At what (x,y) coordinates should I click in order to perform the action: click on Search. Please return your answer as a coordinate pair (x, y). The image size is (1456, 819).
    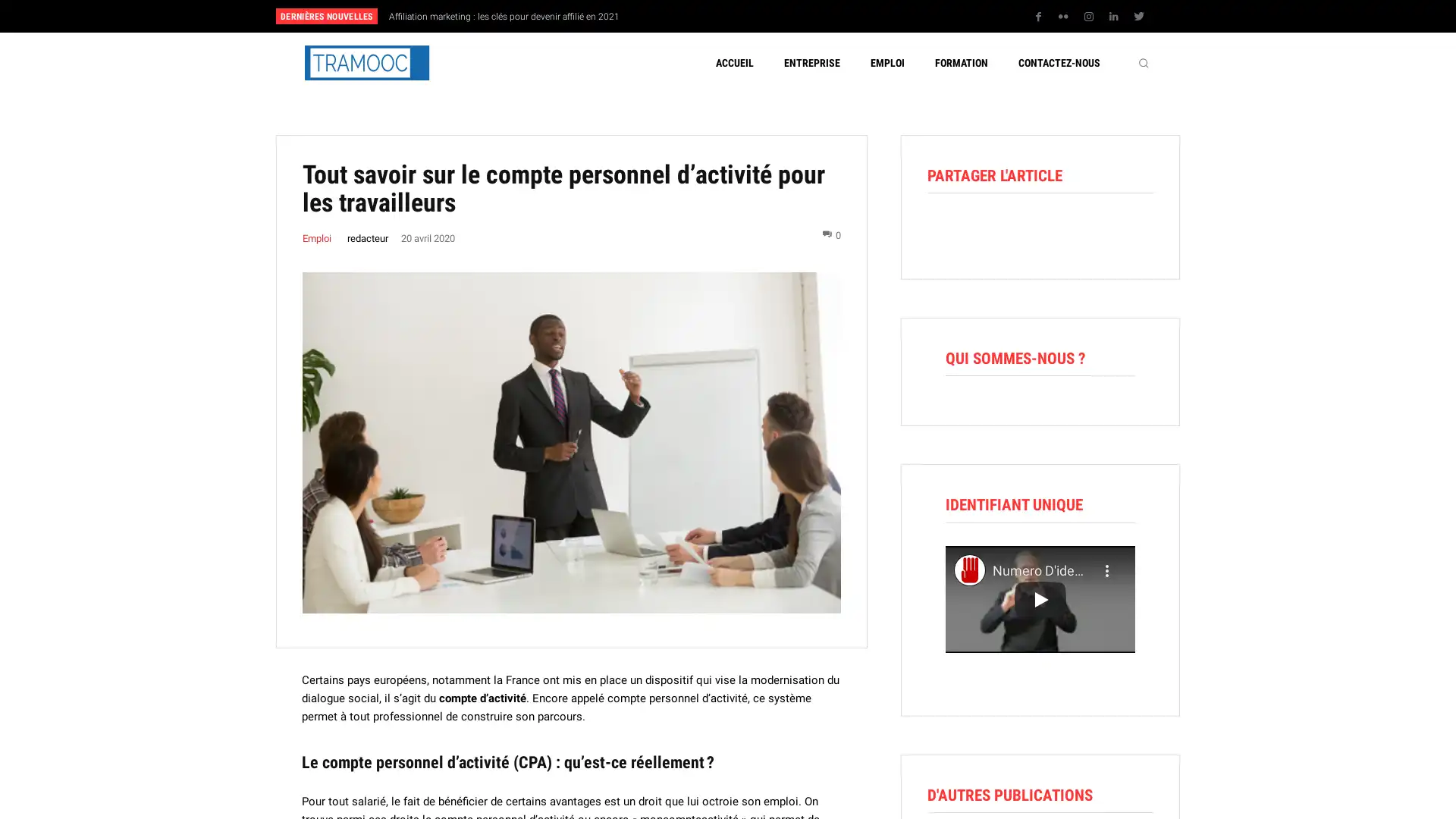
    Looking at the image, I should click on (1143, 61).